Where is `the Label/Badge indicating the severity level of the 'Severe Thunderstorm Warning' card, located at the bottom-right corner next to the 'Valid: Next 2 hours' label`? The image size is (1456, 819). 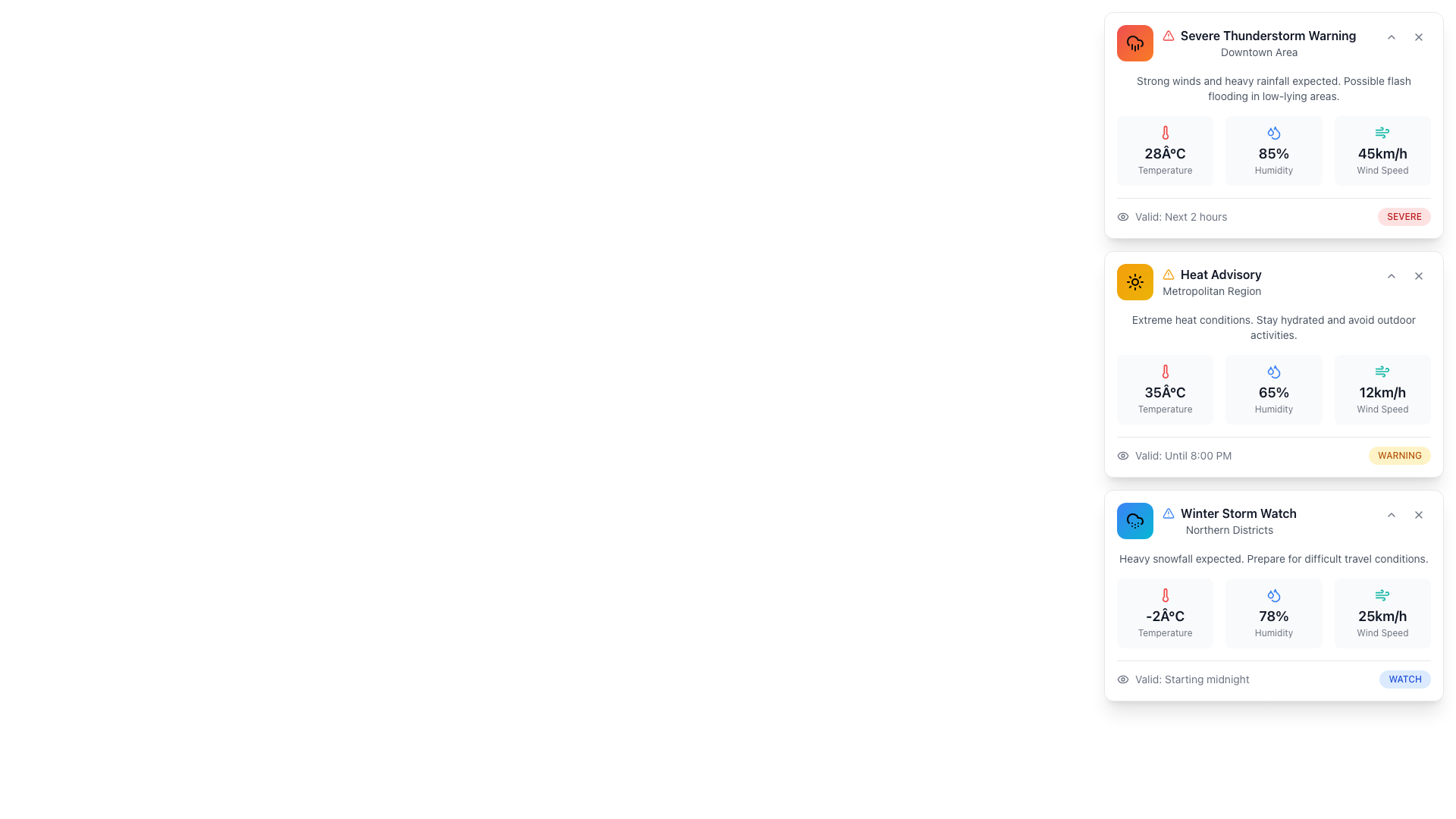 the Label/Badge indicating the severity level of the 'Severe Thunderstorm Warning' card, located at the bottom-right corner next to the 'Valid: Next 2 hours' label is located at coordinates (1404, 216).